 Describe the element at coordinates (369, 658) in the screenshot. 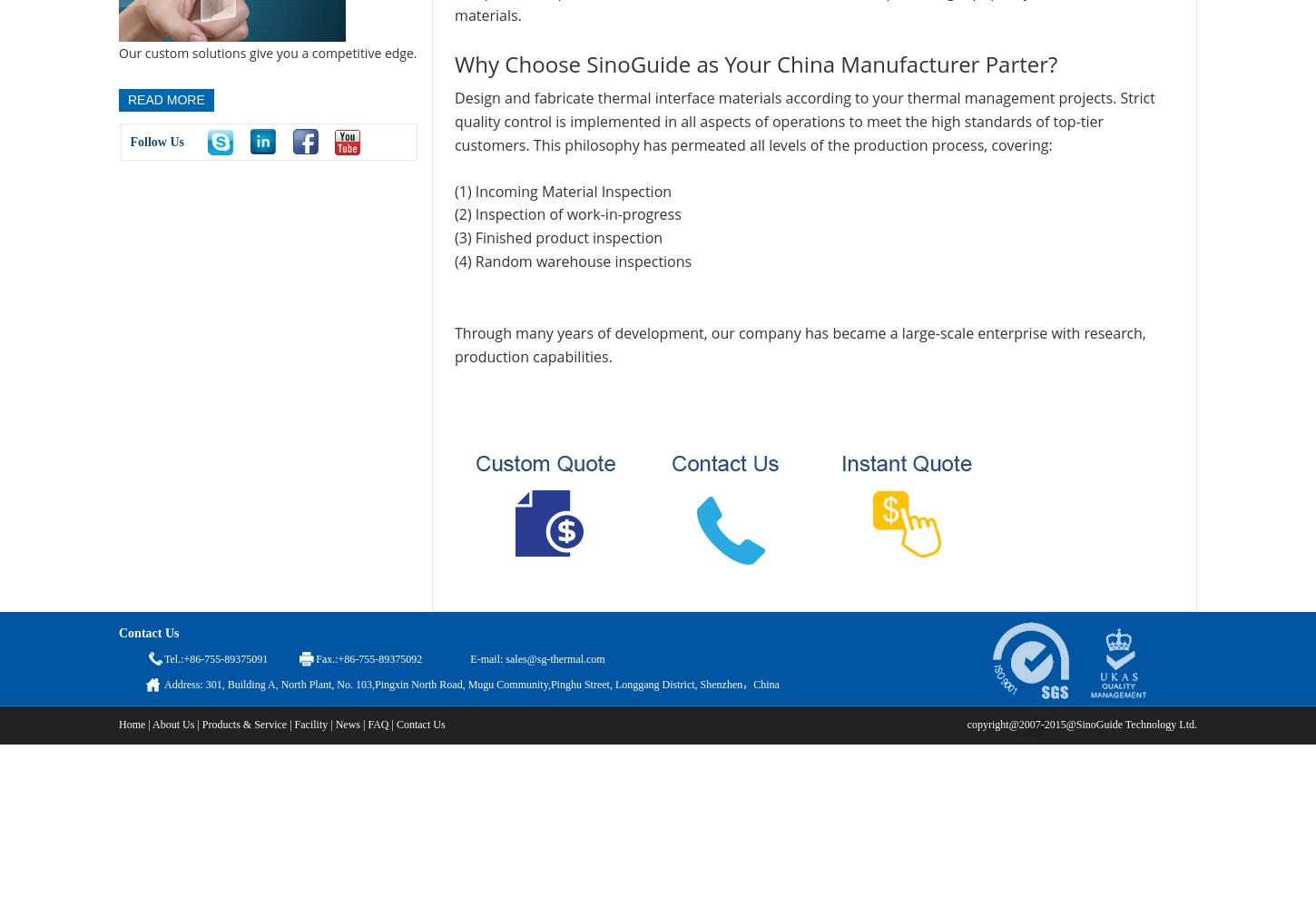

I see `'Fax.:+86-755-89375092'` at that location.